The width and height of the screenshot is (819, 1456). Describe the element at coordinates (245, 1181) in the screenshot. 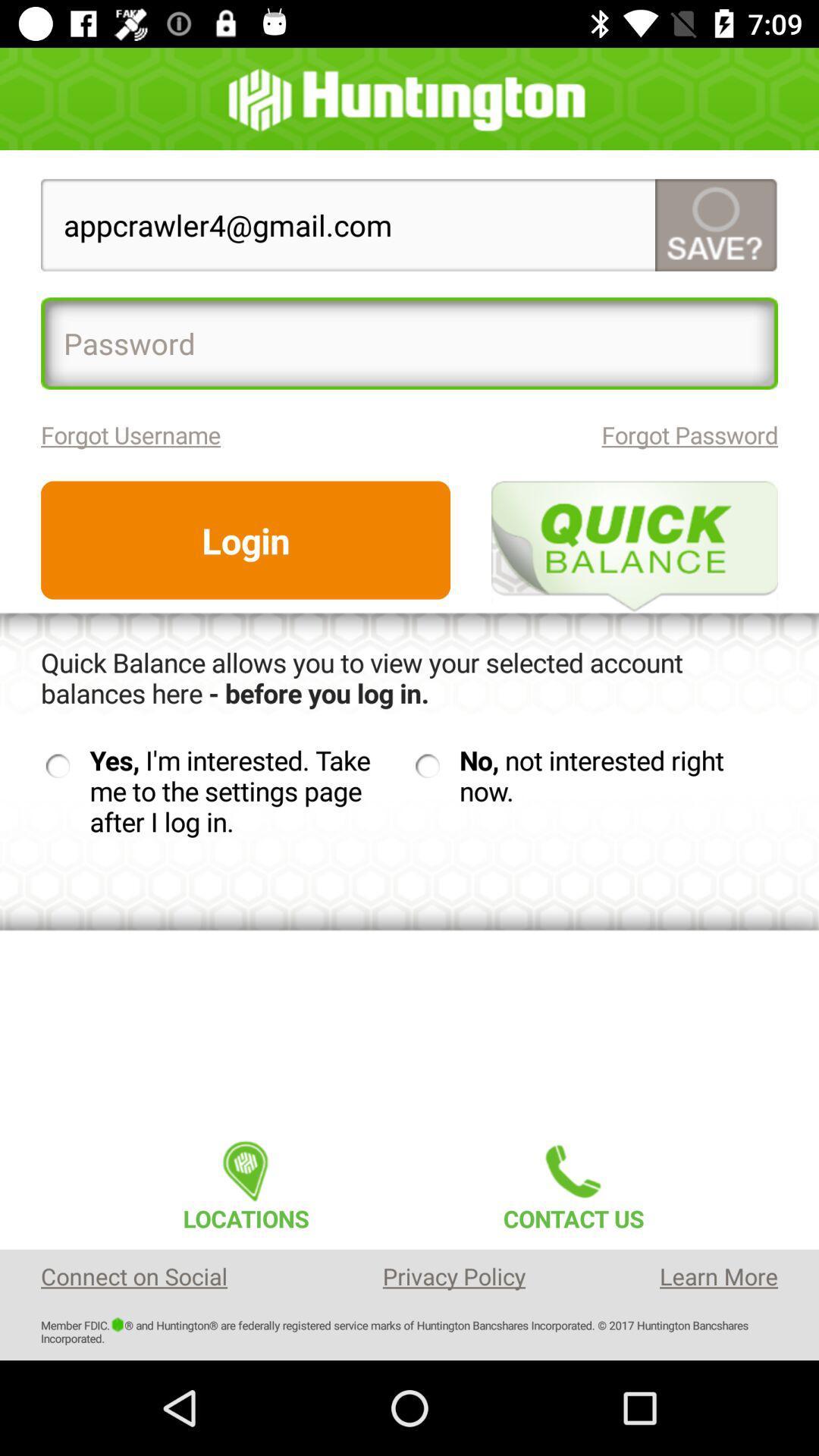

I see `the item to the left of contact us item` at that location.